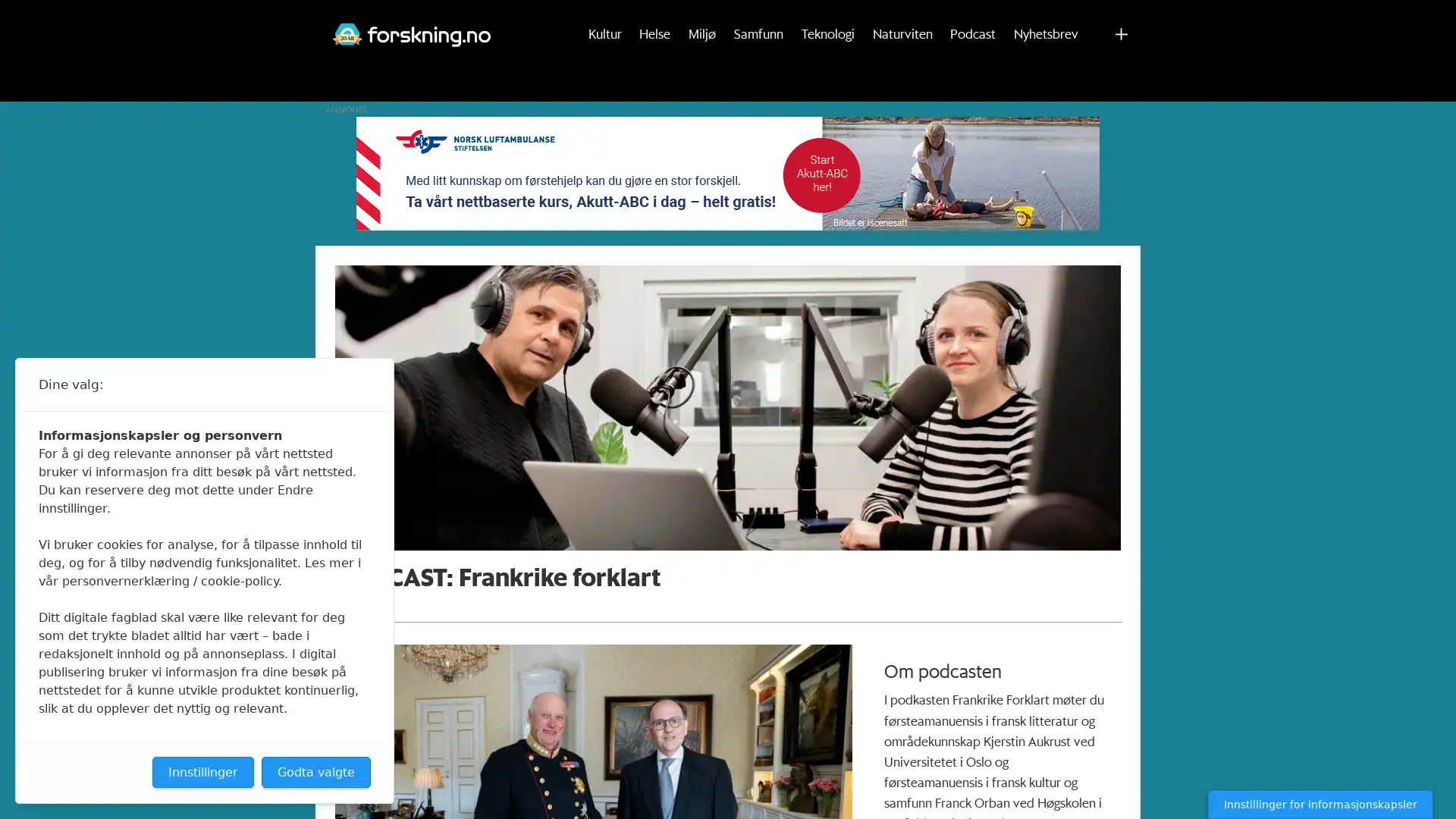 This screenshot has height=819, width=1456. Describe the element at coordinates (1098, 17) in the screenshot. I see `logo for sciencenorway.no` at that location.